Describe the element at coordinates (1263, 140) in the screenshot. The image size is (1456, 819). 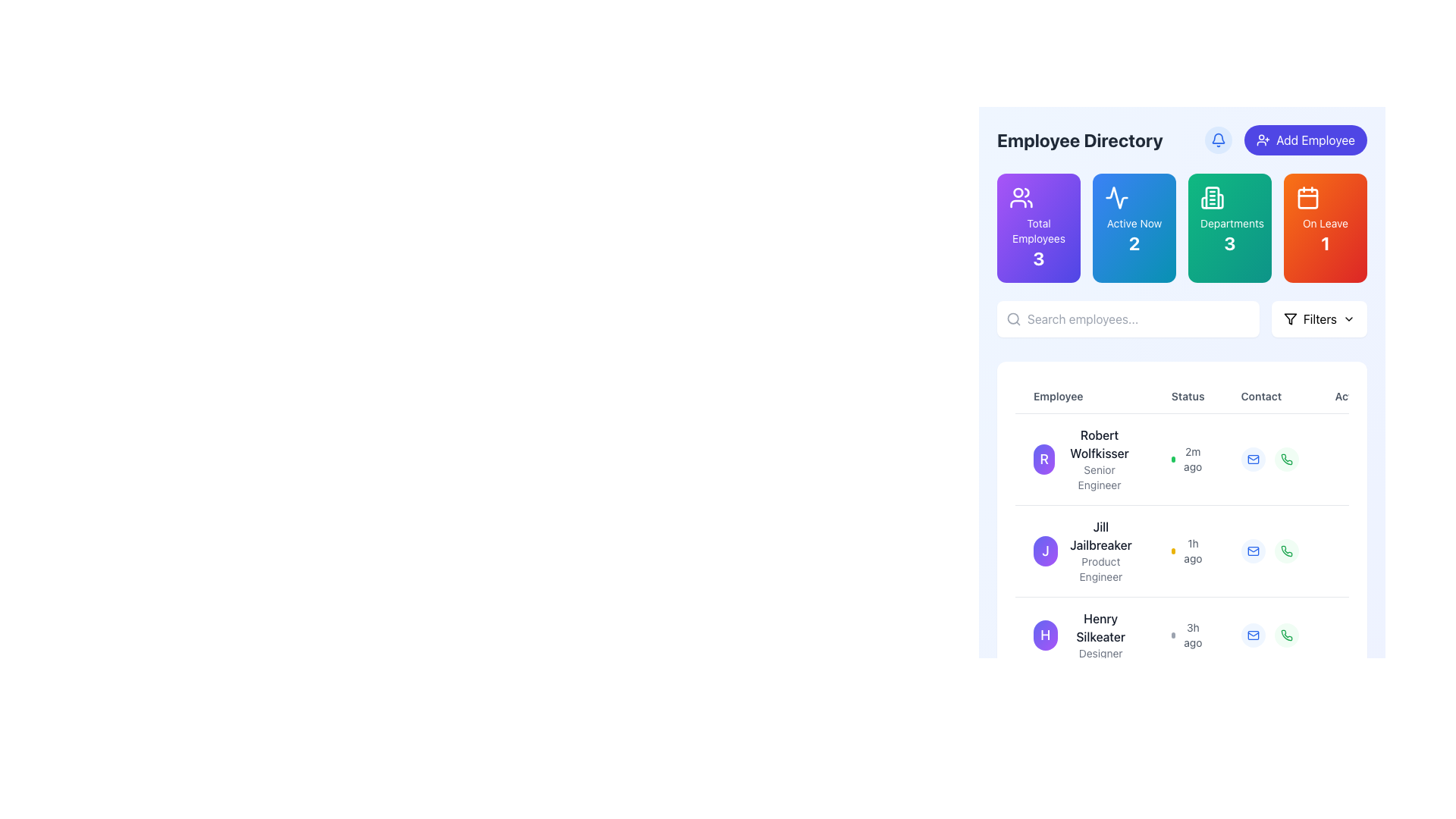
I see `the user silhouette icon with a plus sign that is part of the 'Add Employee' button, located near the top-right corner of the interface` at that location.